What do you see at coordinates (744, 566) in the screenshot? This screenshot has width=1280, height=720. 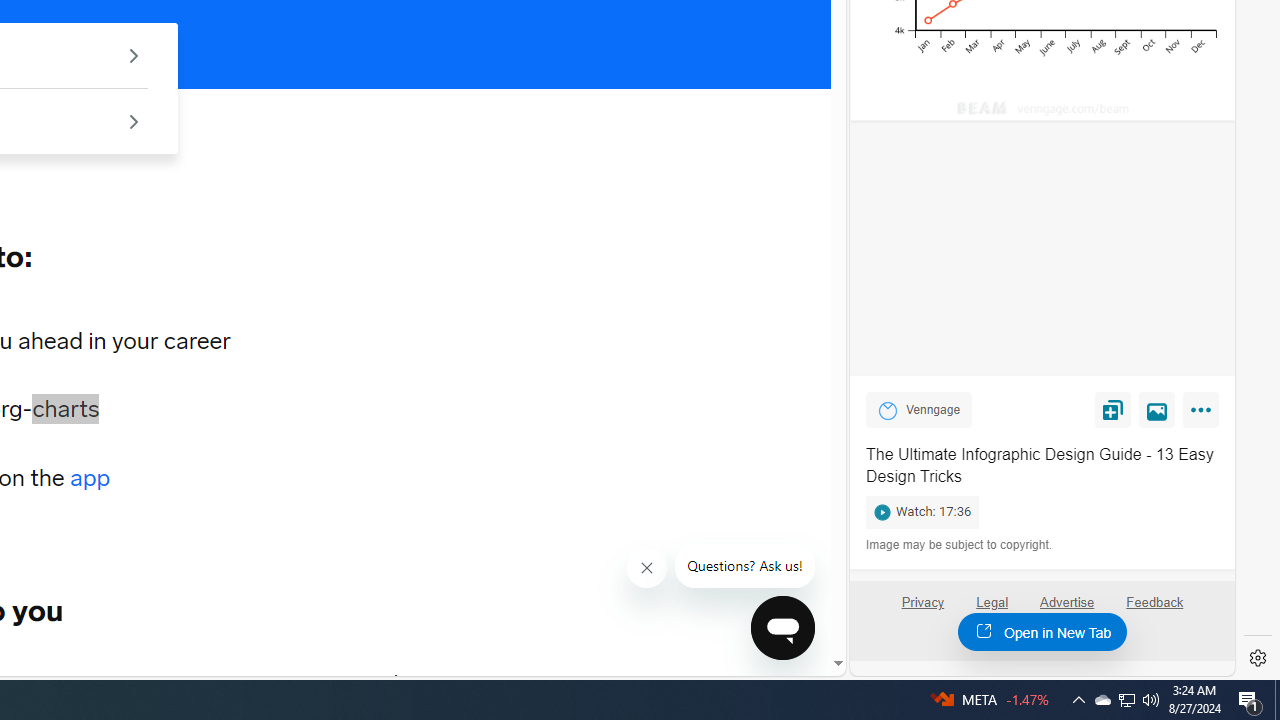 I see `'Questions? Ask us!'` at bounding box center [744, 566].